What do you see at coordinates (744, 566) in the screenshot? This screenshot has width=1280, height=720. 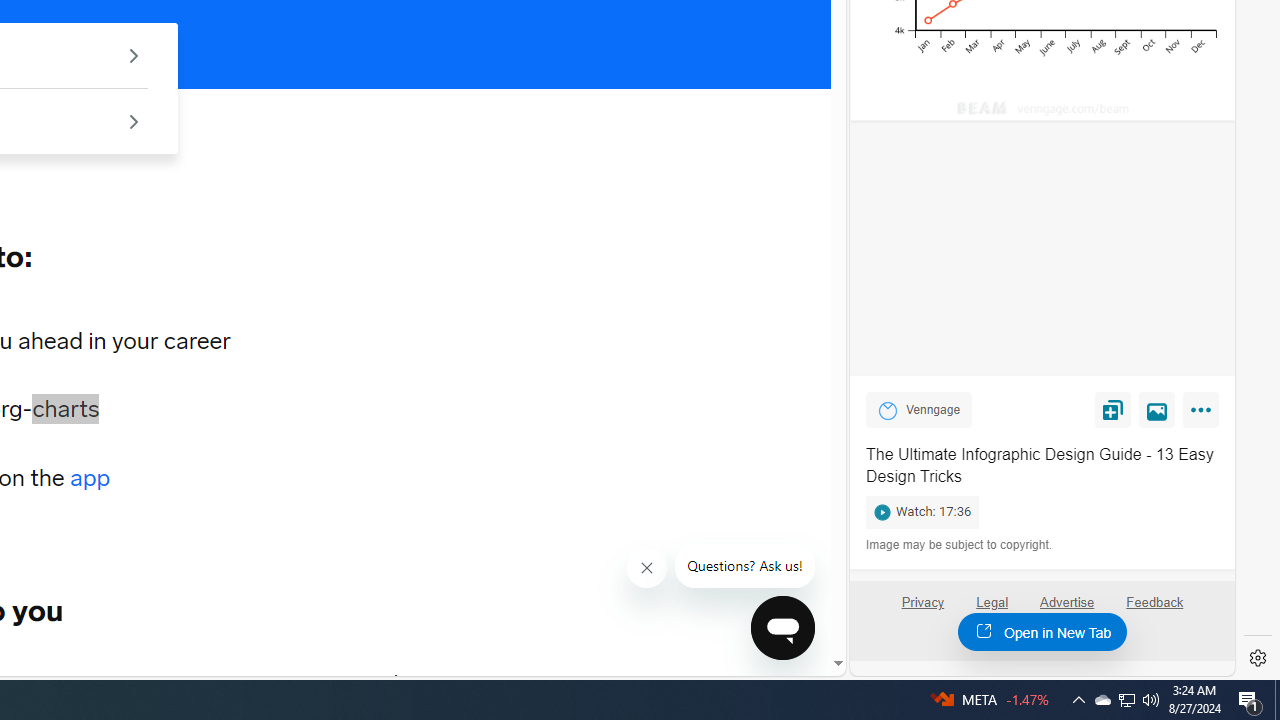 I see `'Questions? Ask us!'` at bounding box center [744, 566].